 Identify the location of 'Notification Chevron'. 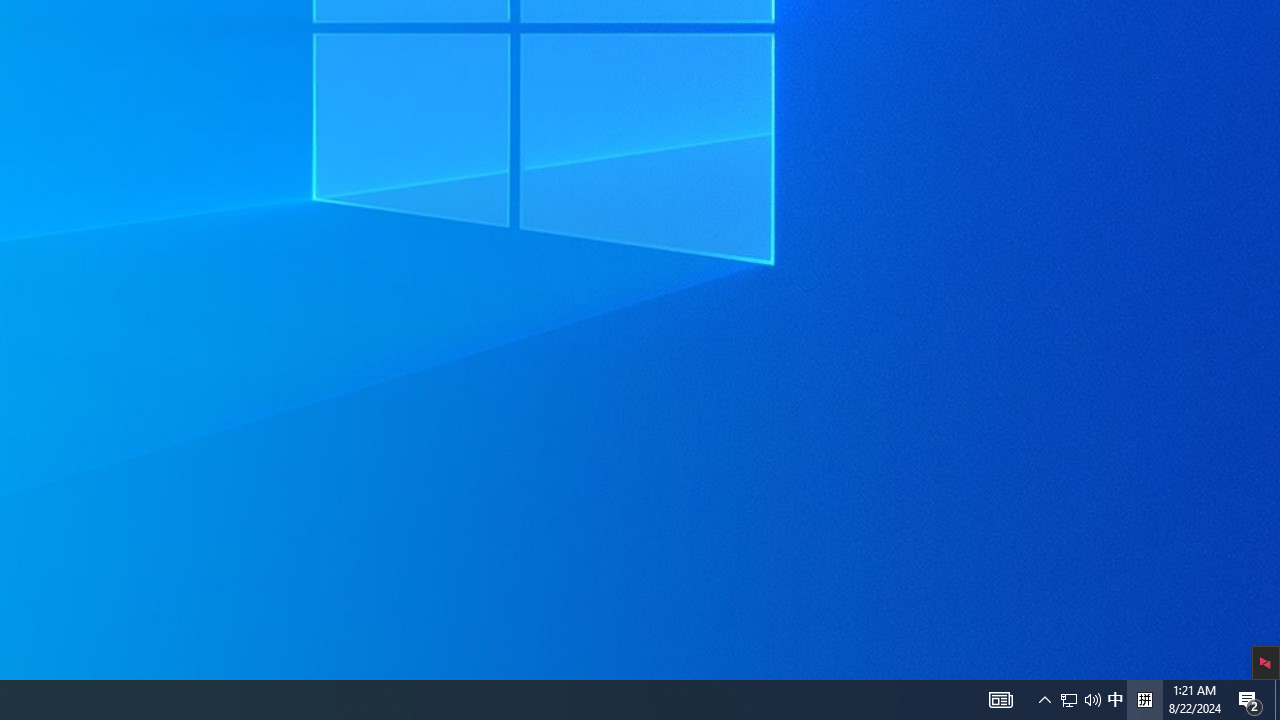
(1068, 698).